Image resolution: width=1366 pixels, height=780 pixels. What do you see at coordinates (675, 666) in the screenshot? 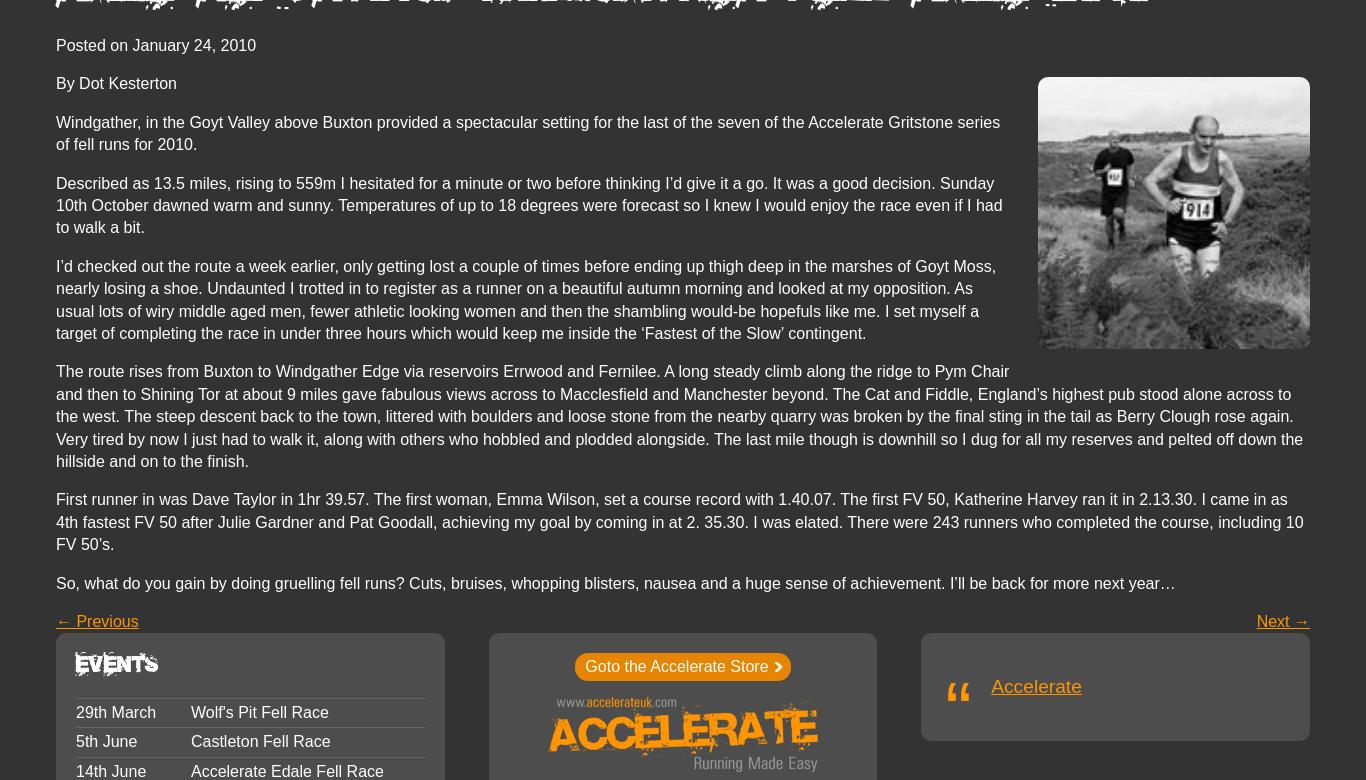
I see `'Goto the Accelerate Store'` at bounding box center [675, 666].